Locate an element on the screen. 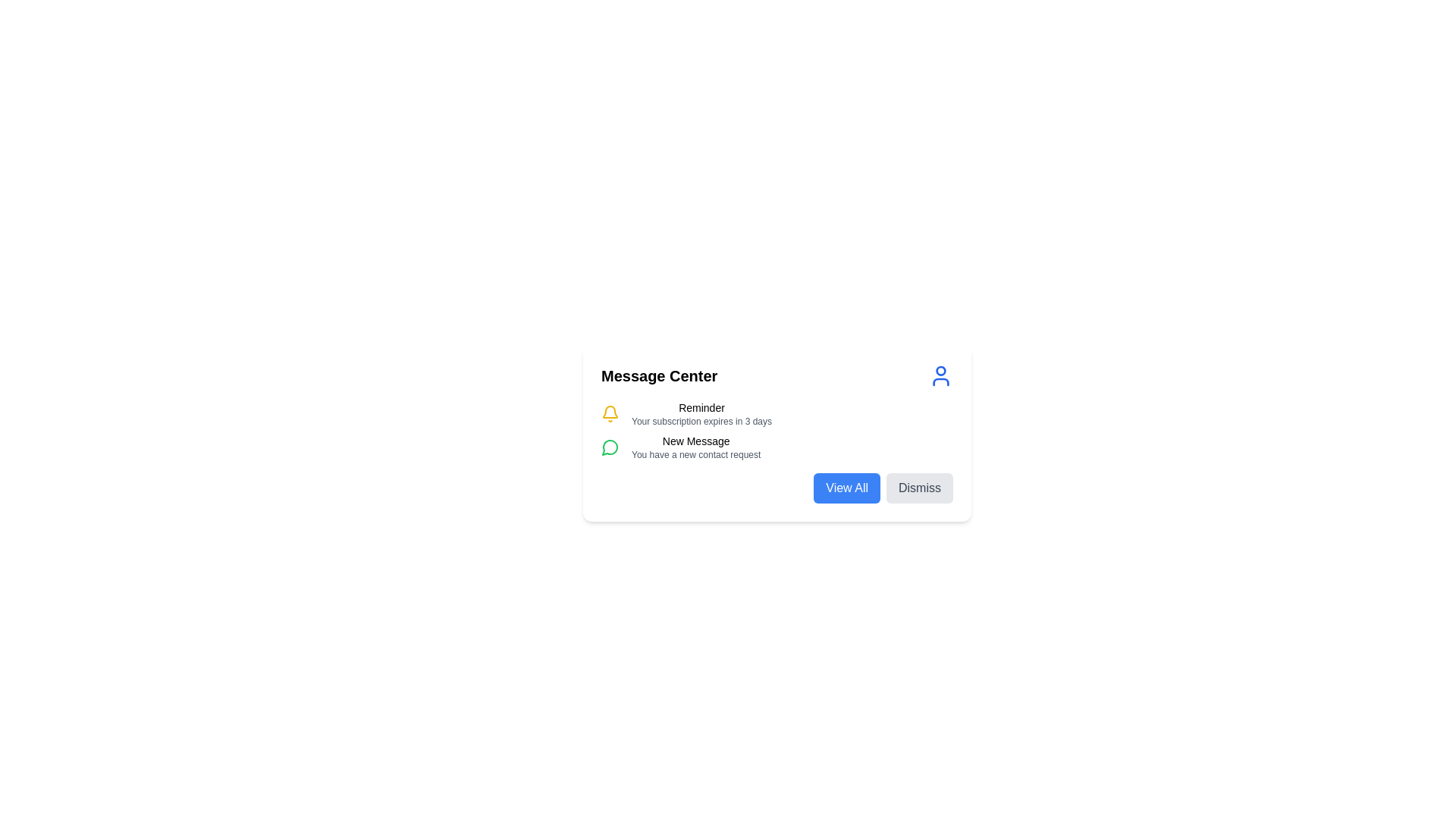 This screenshot has width=1456, height=819. notification text block titled 'New Message' which contains the content 'You have a new contact request' within the Message Center panel is located at coordinates (695, 447).